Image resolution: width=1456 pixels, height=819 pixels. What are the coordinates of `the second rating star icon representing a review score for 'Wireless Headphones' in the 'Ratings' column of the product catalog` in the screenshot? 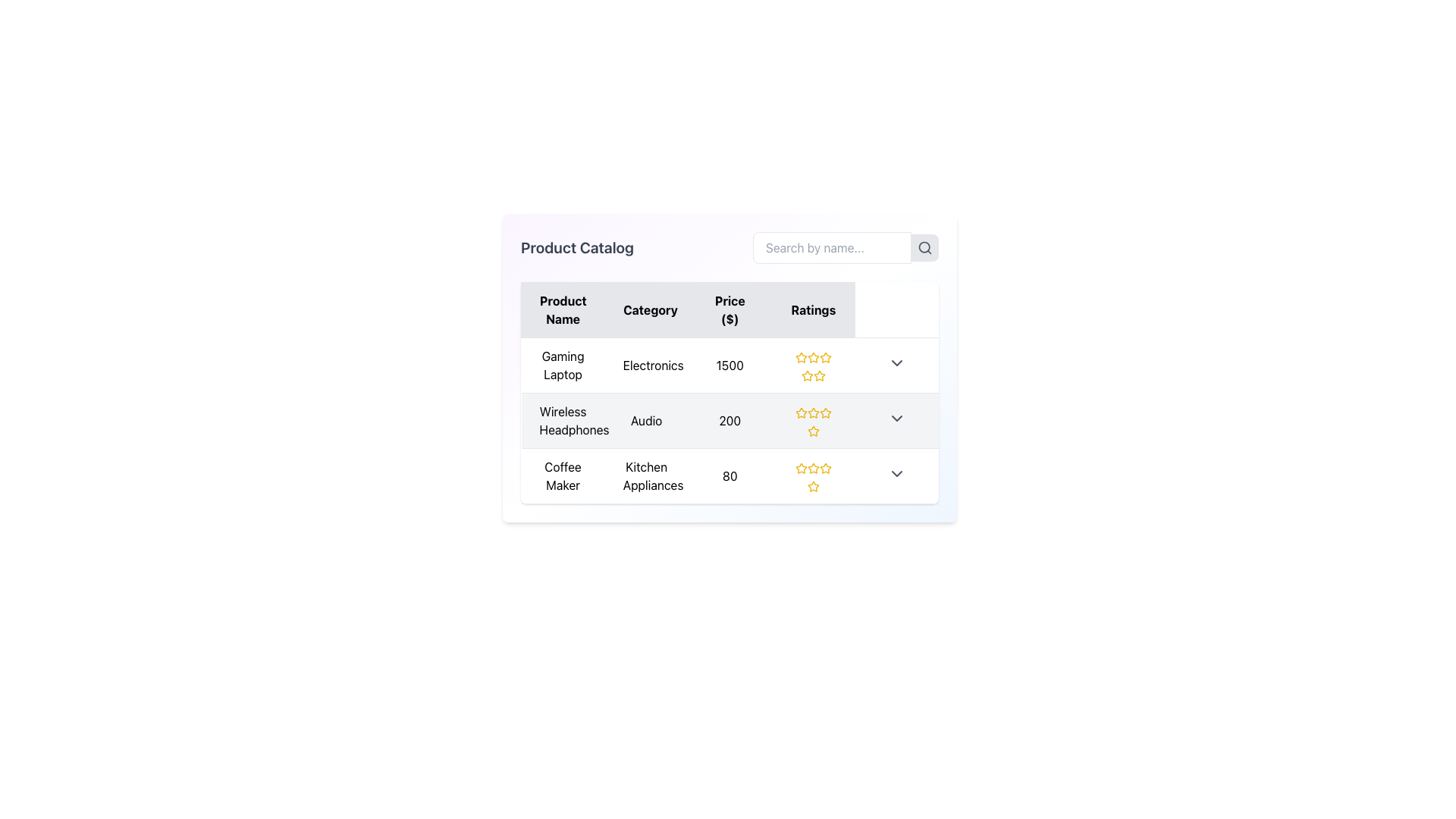 It's located at (824, 413).